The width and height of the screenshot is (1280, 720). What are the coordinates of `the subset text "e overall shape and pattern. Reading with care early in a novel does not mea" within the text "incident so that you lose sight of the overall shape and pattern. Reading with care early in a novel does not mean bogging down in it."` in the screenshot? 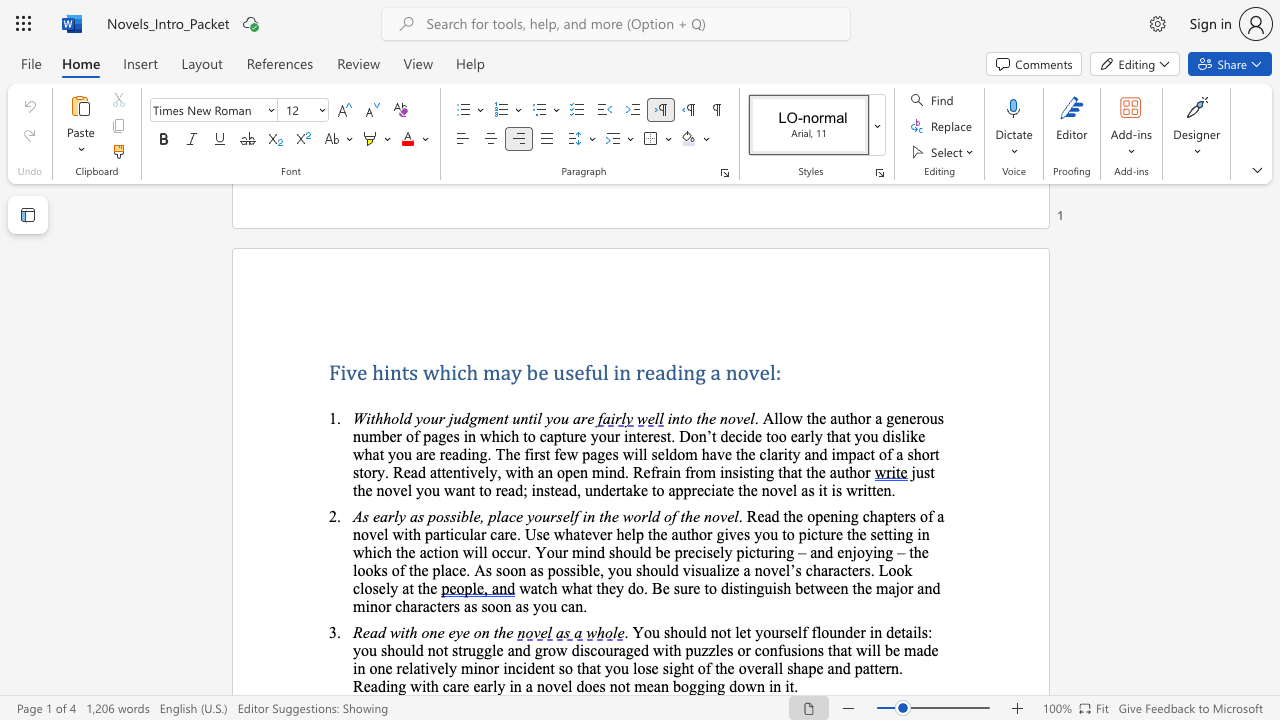 It's located at (726, 668).